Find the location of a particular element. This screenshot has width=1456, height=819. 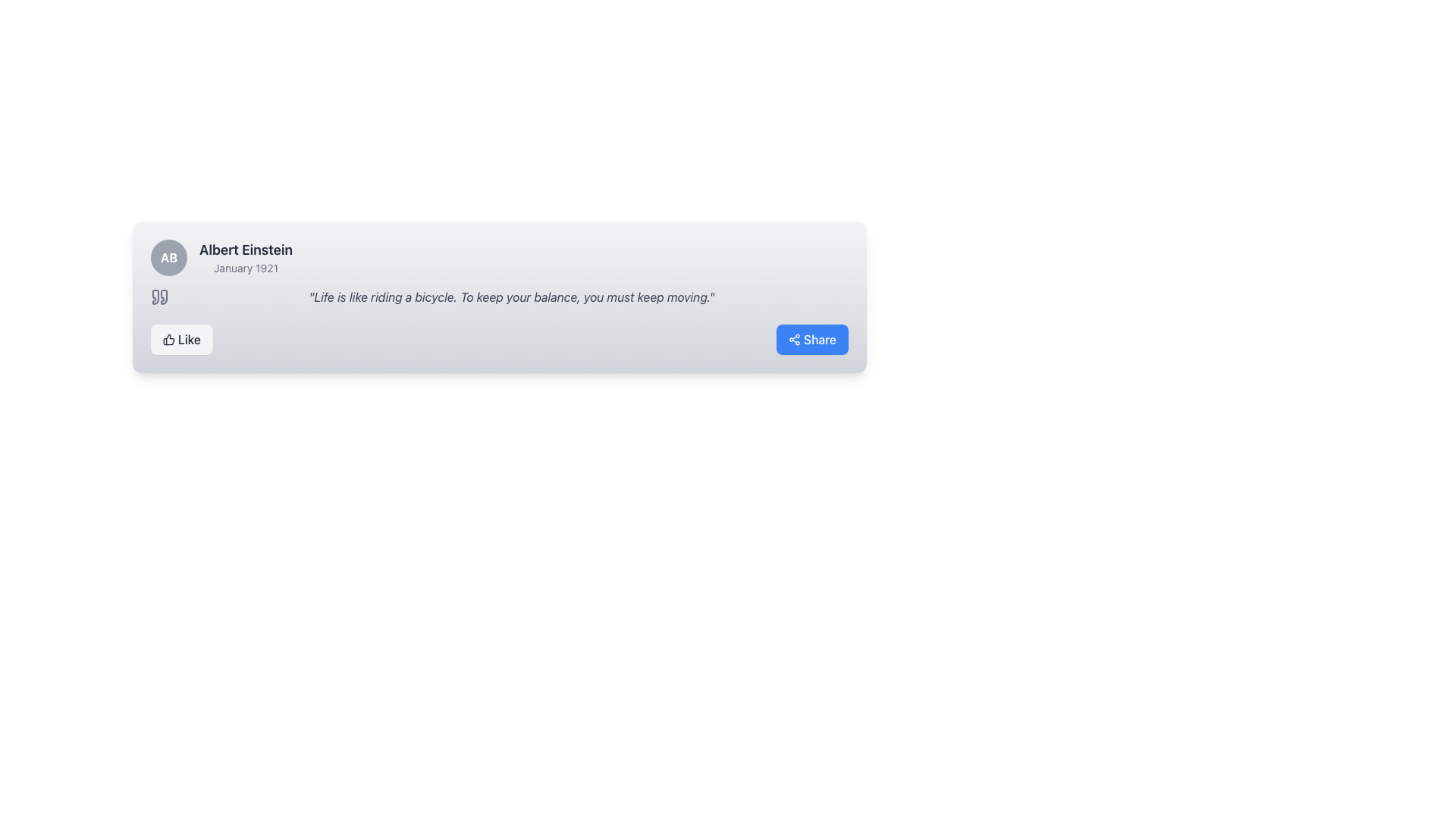

text displayed in the small-sized textual component labeled 'January 1921', which is styled in light gray font and positioned below the 'Albert Einstein' text is located at coordinates (246, 268).